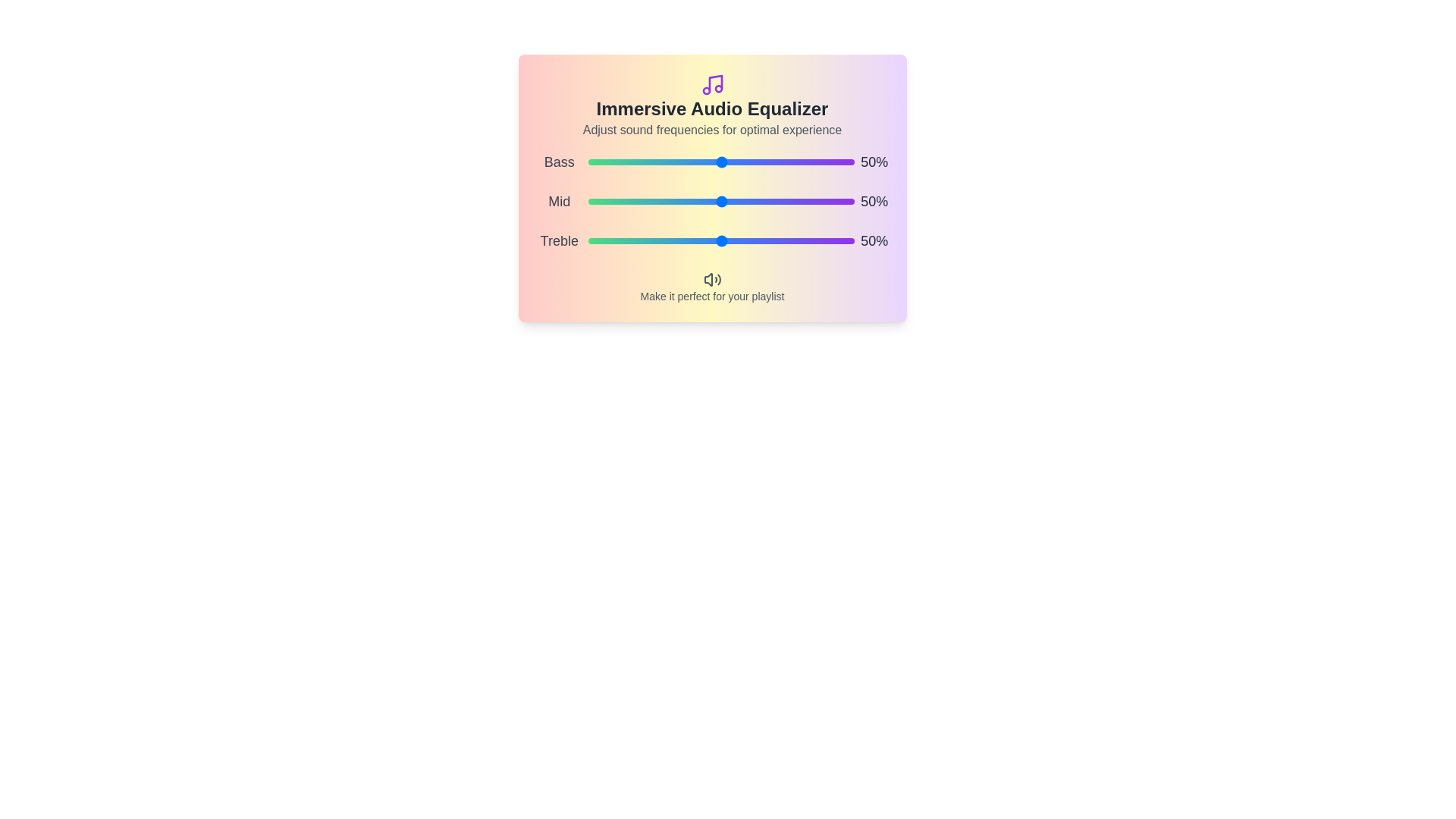 This screenshot has height=819, width=1456. I want to click on the 0 slider to 32%, so click(764, 162).